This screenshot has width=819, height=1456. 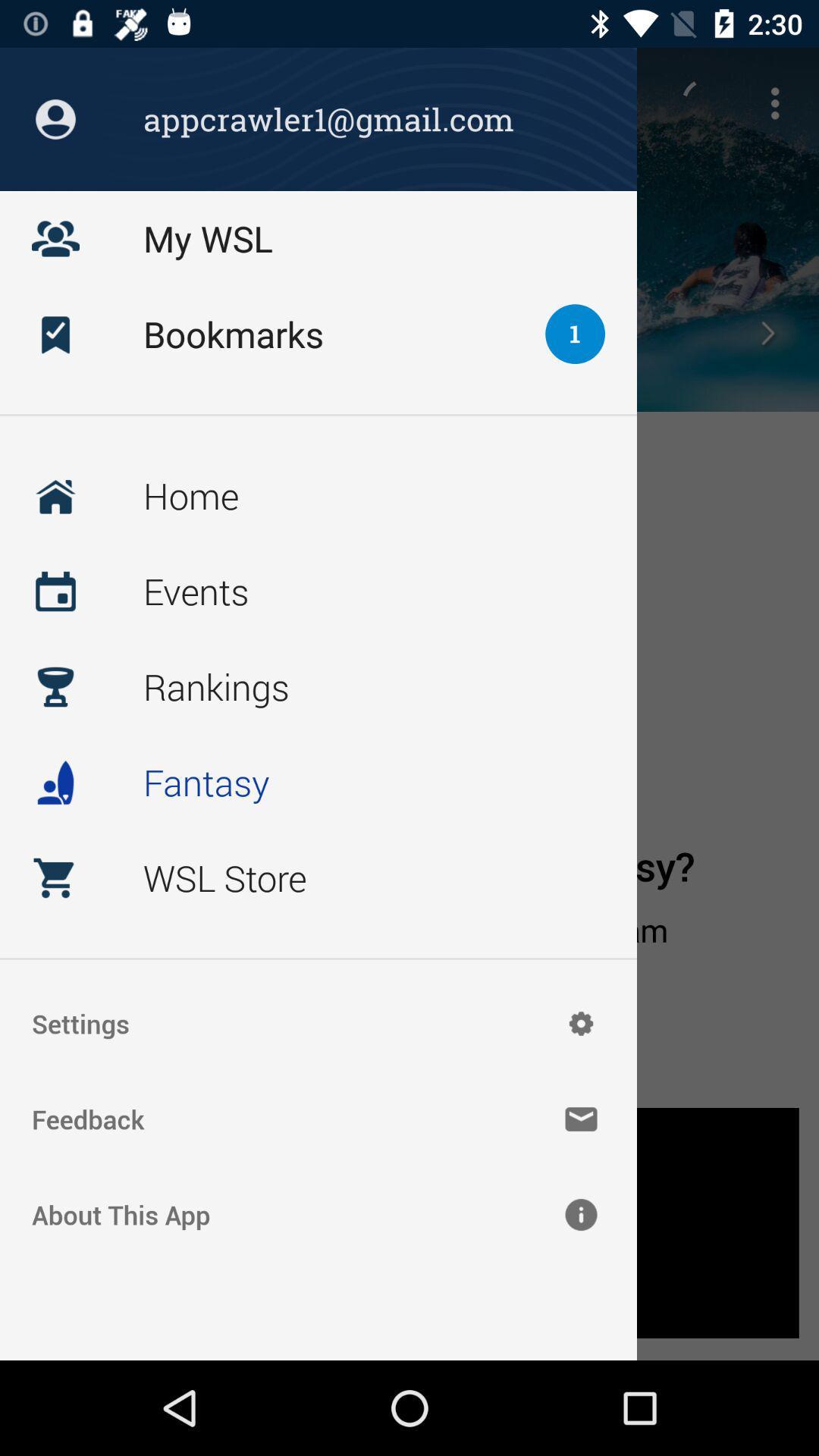 What do you see at coordinates (55, 332) in the screenshot?
I see `the volume icon` at bounding box center [55, 332].